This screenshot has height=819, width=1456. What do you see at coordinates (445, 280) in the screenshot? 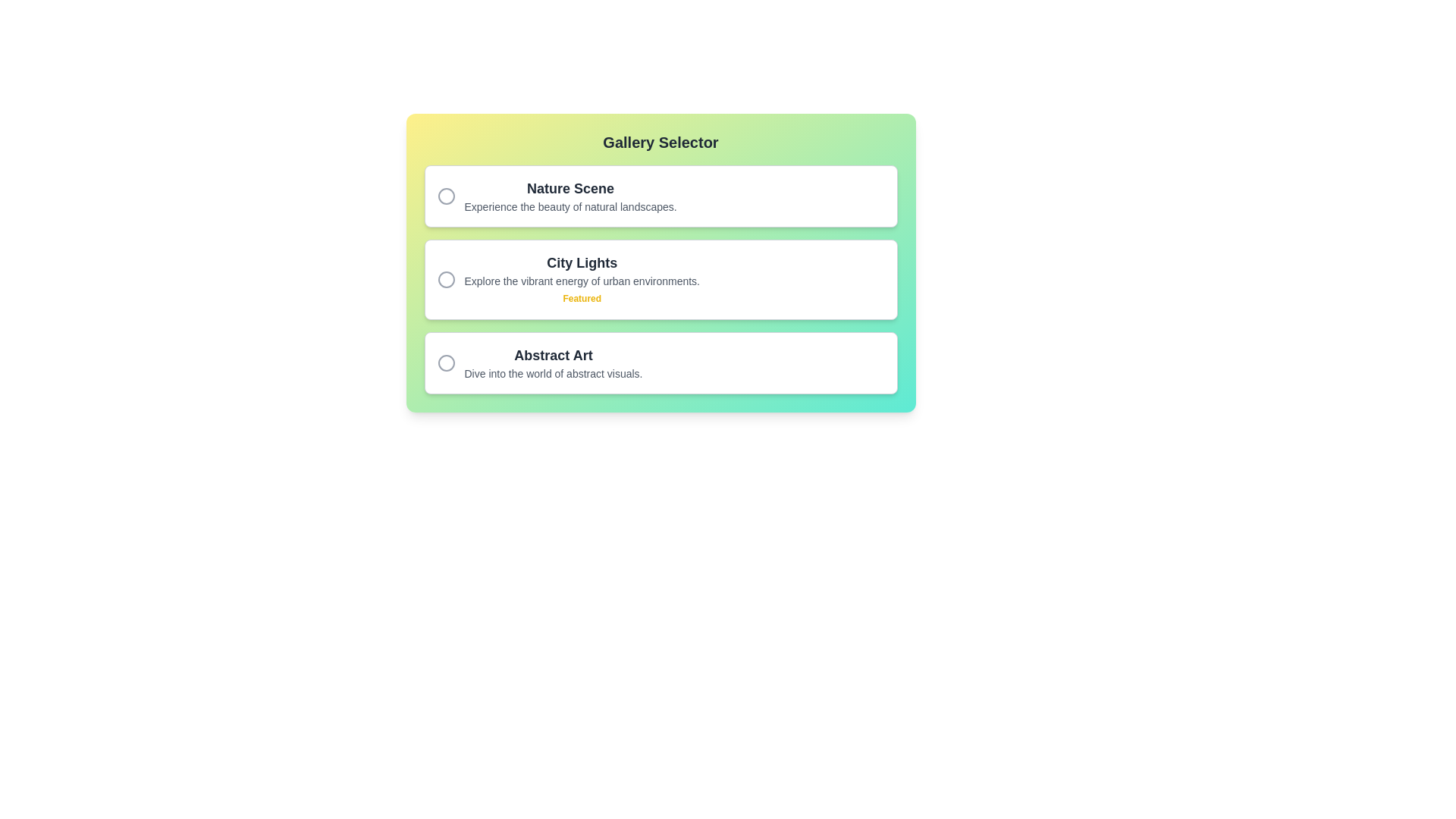
I see `the circular radio button indicator for the 'City Lights' option` at bounding box center [445, 280].